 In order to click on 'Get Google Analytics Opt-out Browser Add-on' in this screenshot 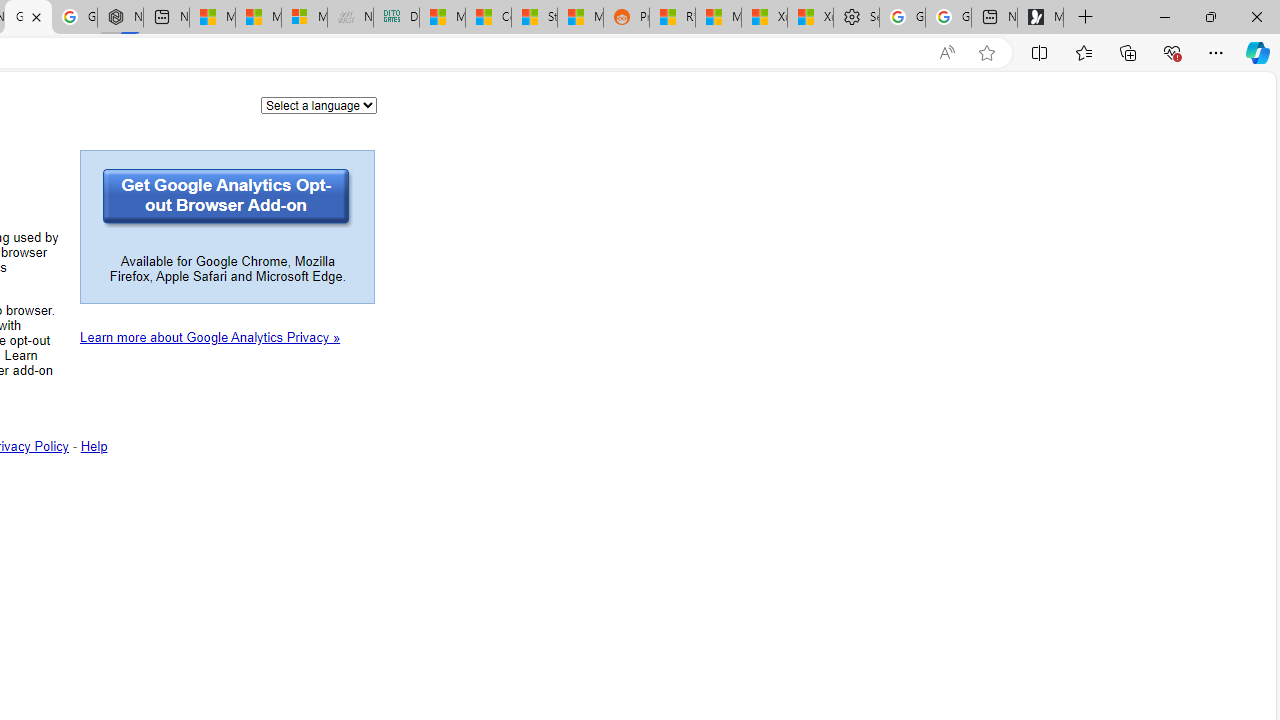, I will do `click(227, 198)`.